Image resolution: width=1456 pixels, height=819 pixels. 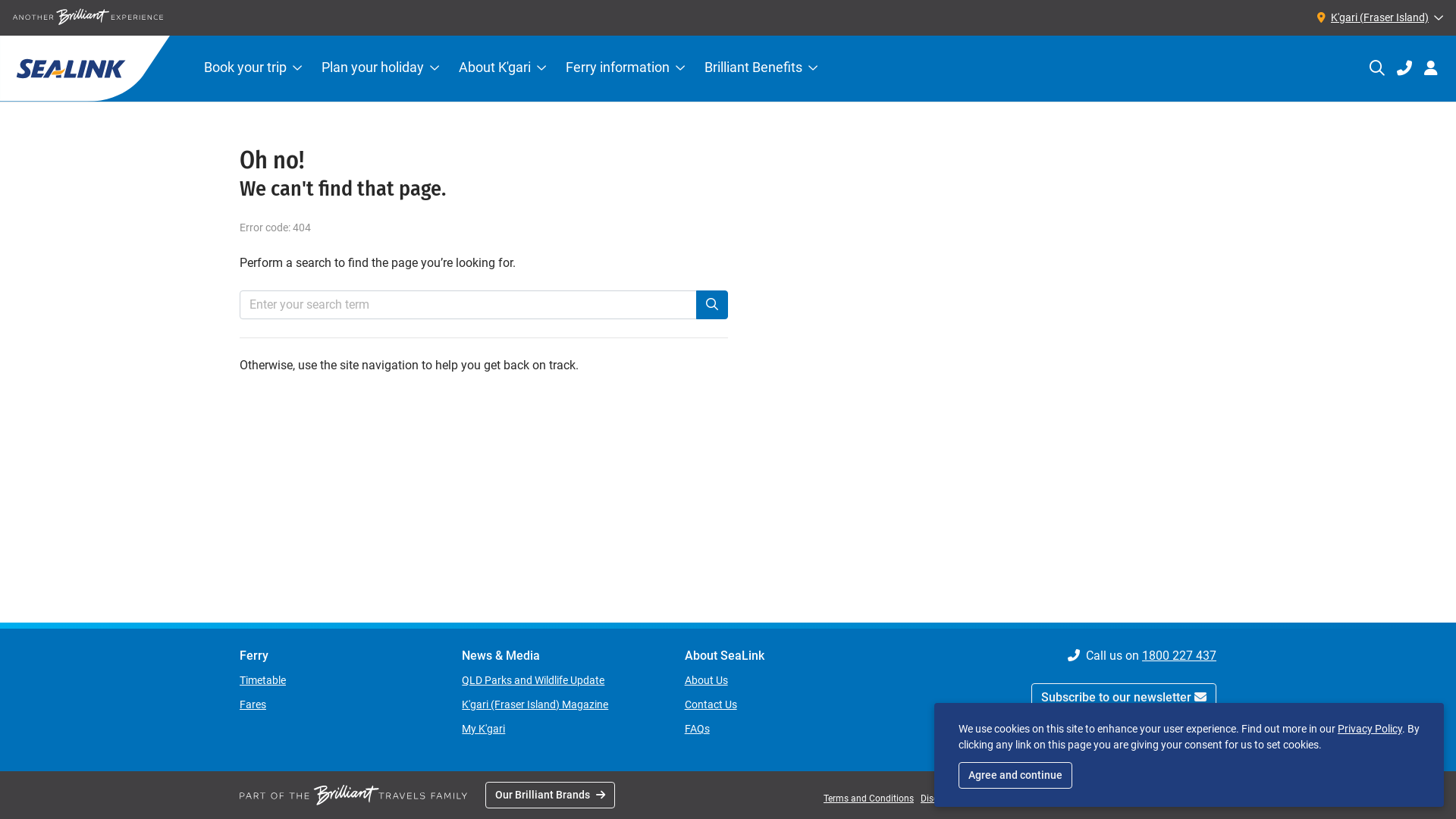 What do you see at coordinates (535, 704) in the screenshot?
I see `'K'gari (Fraser Island) Magazine'` at bounding box center [535, 704].